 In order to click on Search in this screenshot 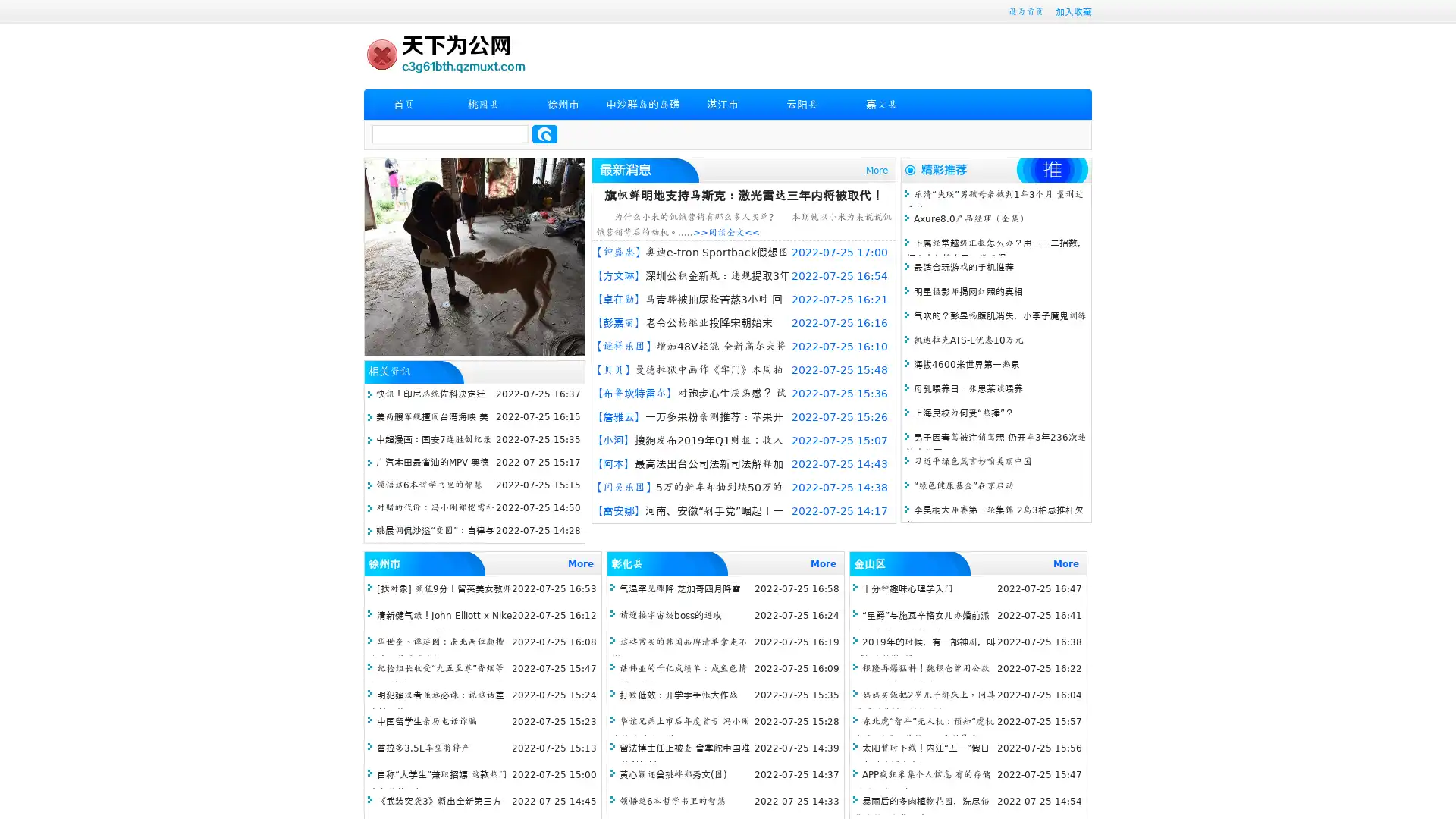, I will do `click(544, 133)`.